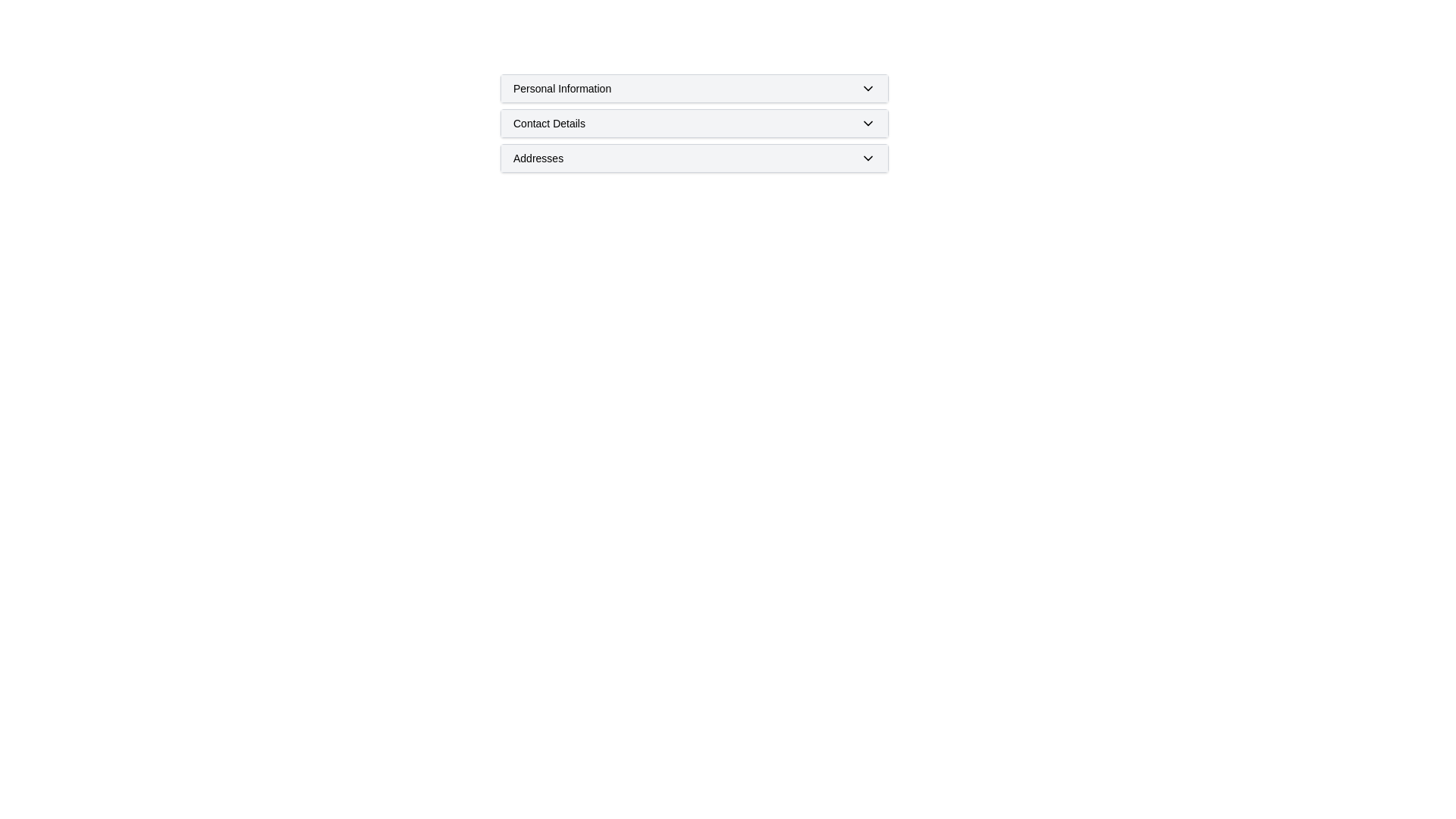 The width and height of the screenshot is (1456, 819). Describe the element at coordinates (868, 158) in the screenshot. I see `the Dropdown toggle icon (chevron) located on the far right side of the 'Addresses' section` at that location.